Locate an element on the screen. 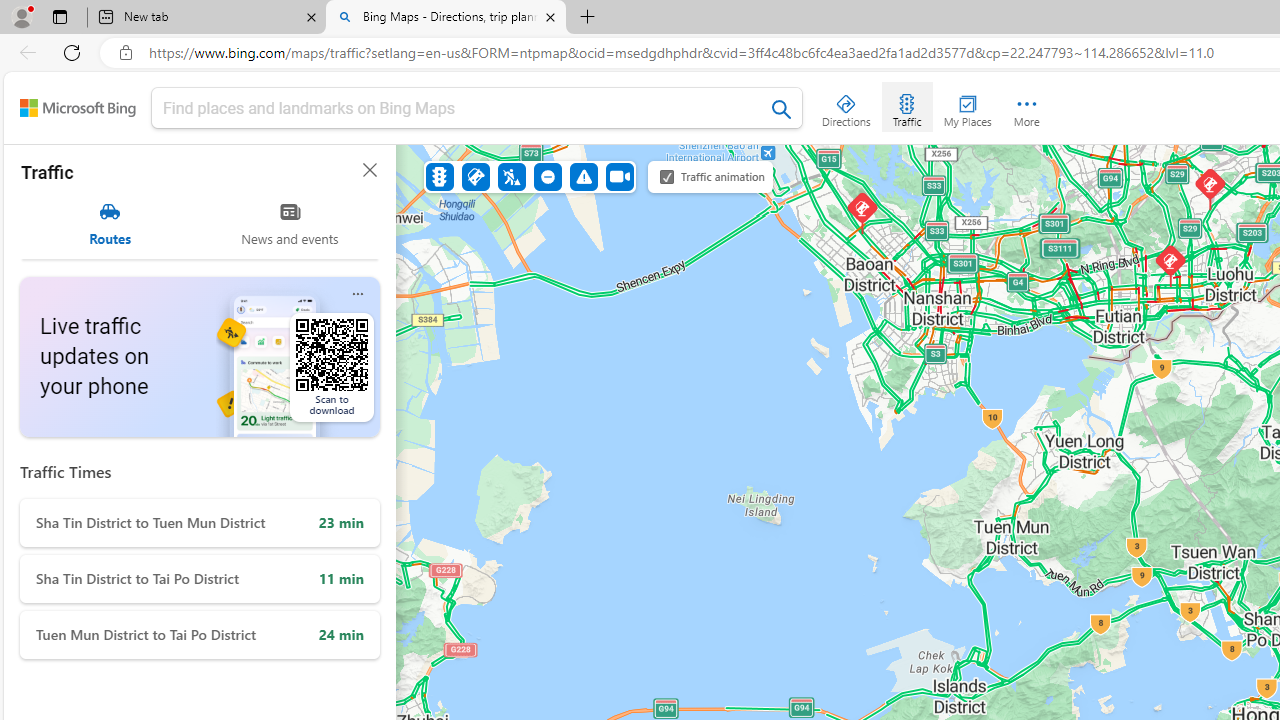 This screenshot has height=720, width=1280. 'More' is located at coordinates (1026, 106).